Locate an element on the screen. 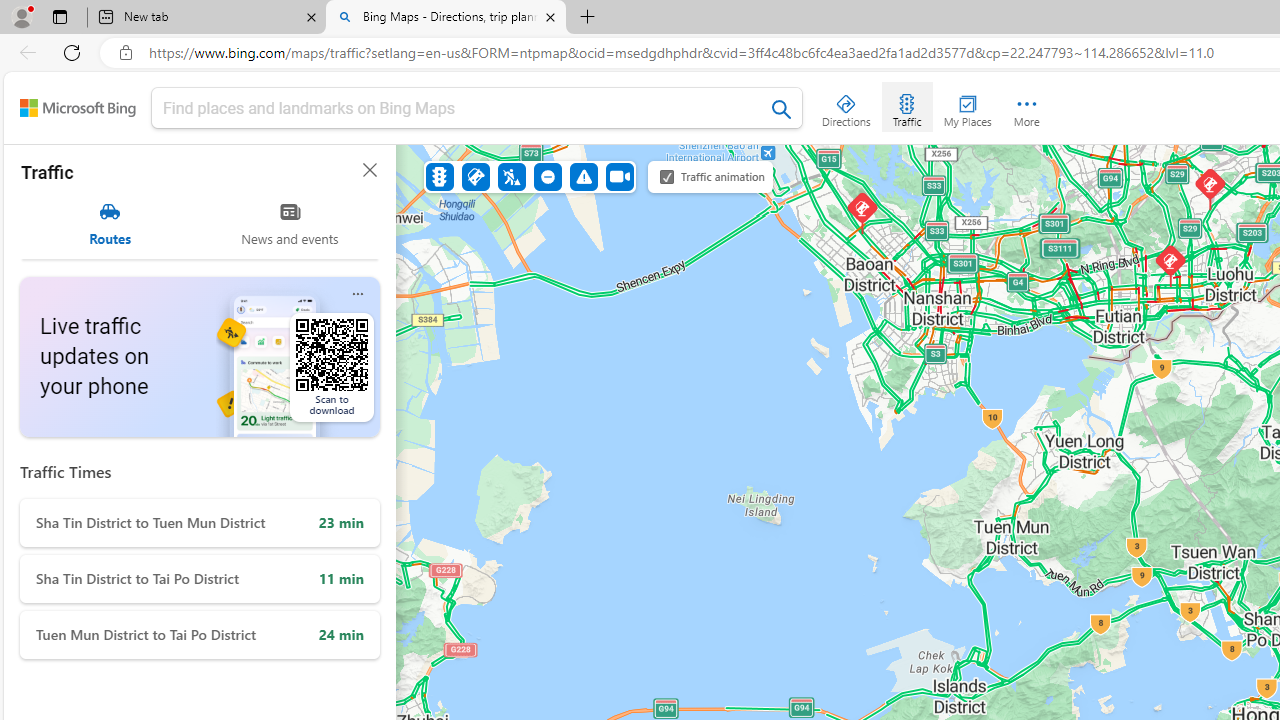 This screenshot has height=720, width=1280. 'More' is located at coordinates (1026, 106).